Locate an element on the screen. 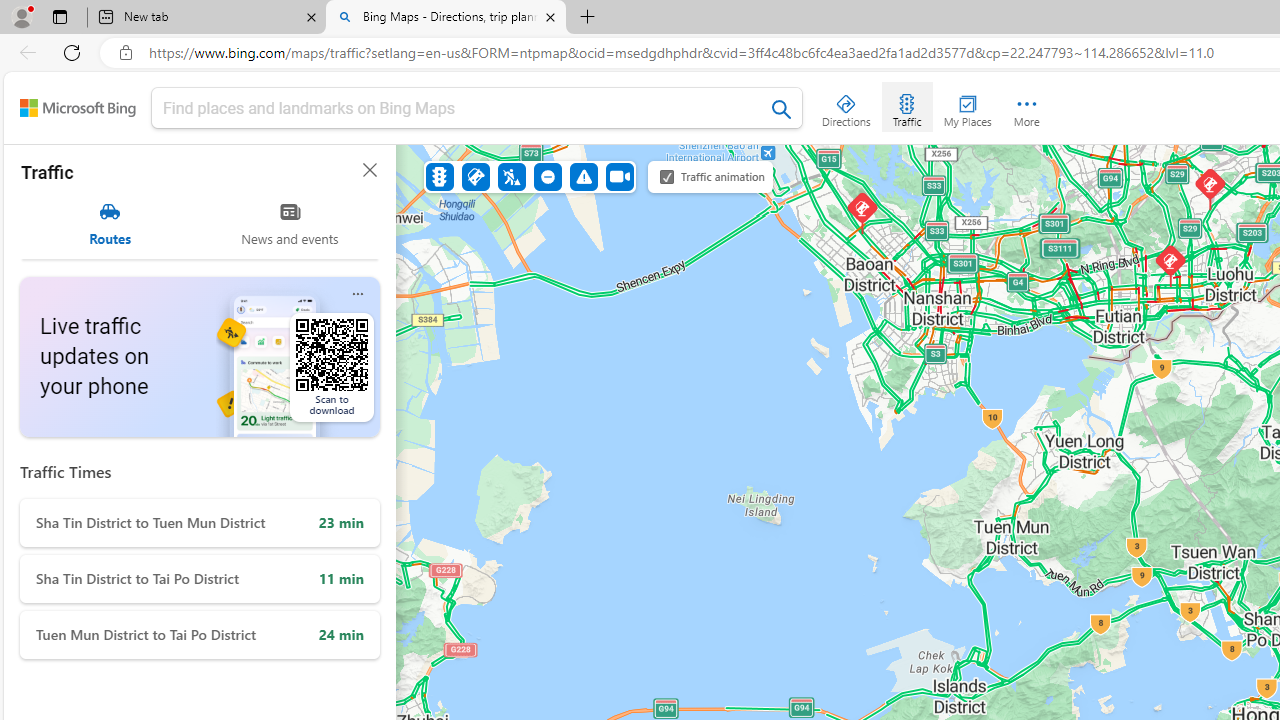 This screenshot has height=720, width=1280. 'More' is located at coordinates (1026, 106).